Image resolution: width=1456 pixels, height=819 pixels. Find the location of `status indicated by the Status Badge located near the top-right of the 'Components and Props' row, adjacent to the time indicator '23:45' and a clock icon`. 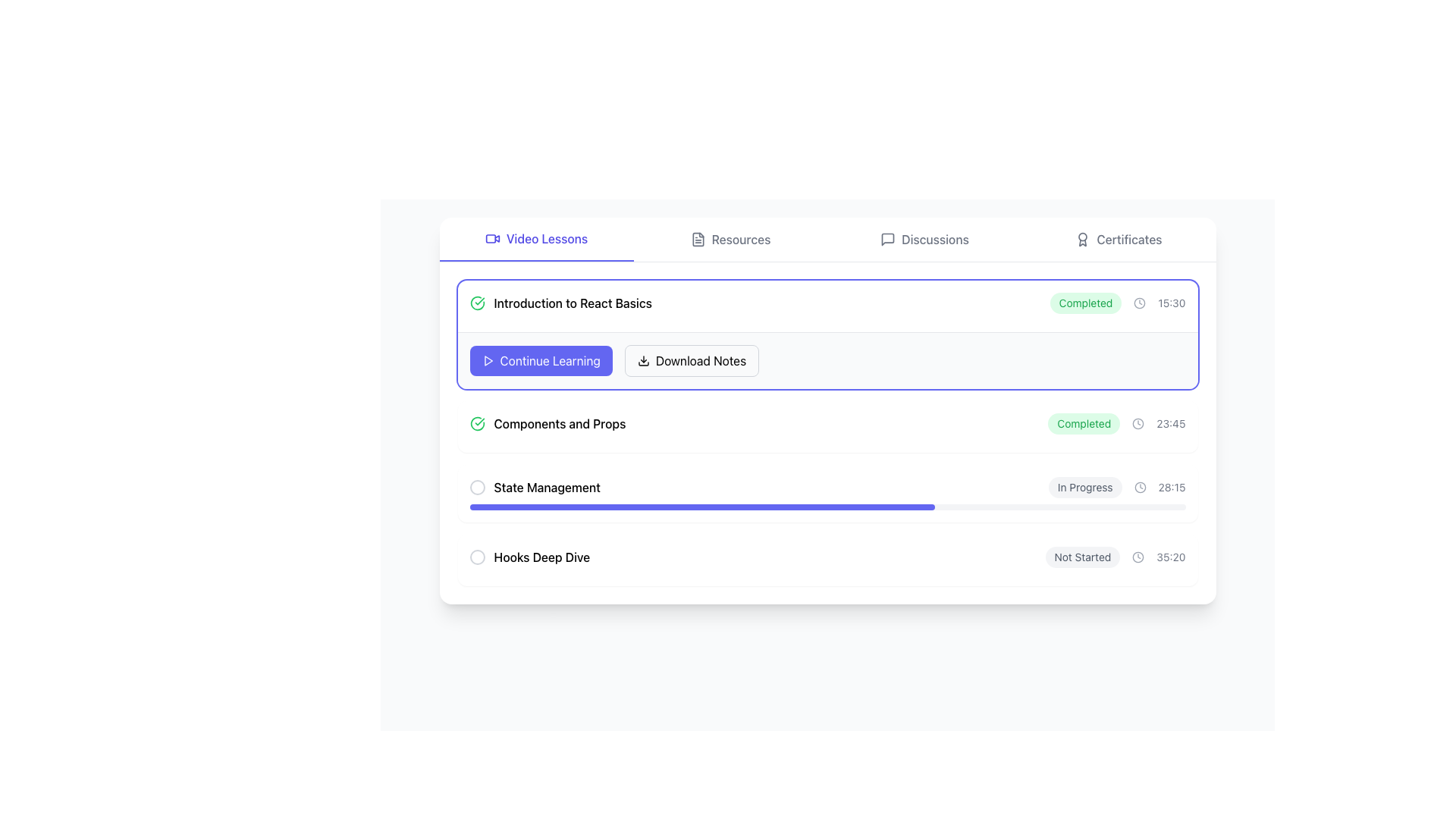

status indicated by the Status Badge located near the top-right of the 'Components and Props' row, adjacent to the time indicator '23:45' and a clock icon is located at coordinates (1083, 424).